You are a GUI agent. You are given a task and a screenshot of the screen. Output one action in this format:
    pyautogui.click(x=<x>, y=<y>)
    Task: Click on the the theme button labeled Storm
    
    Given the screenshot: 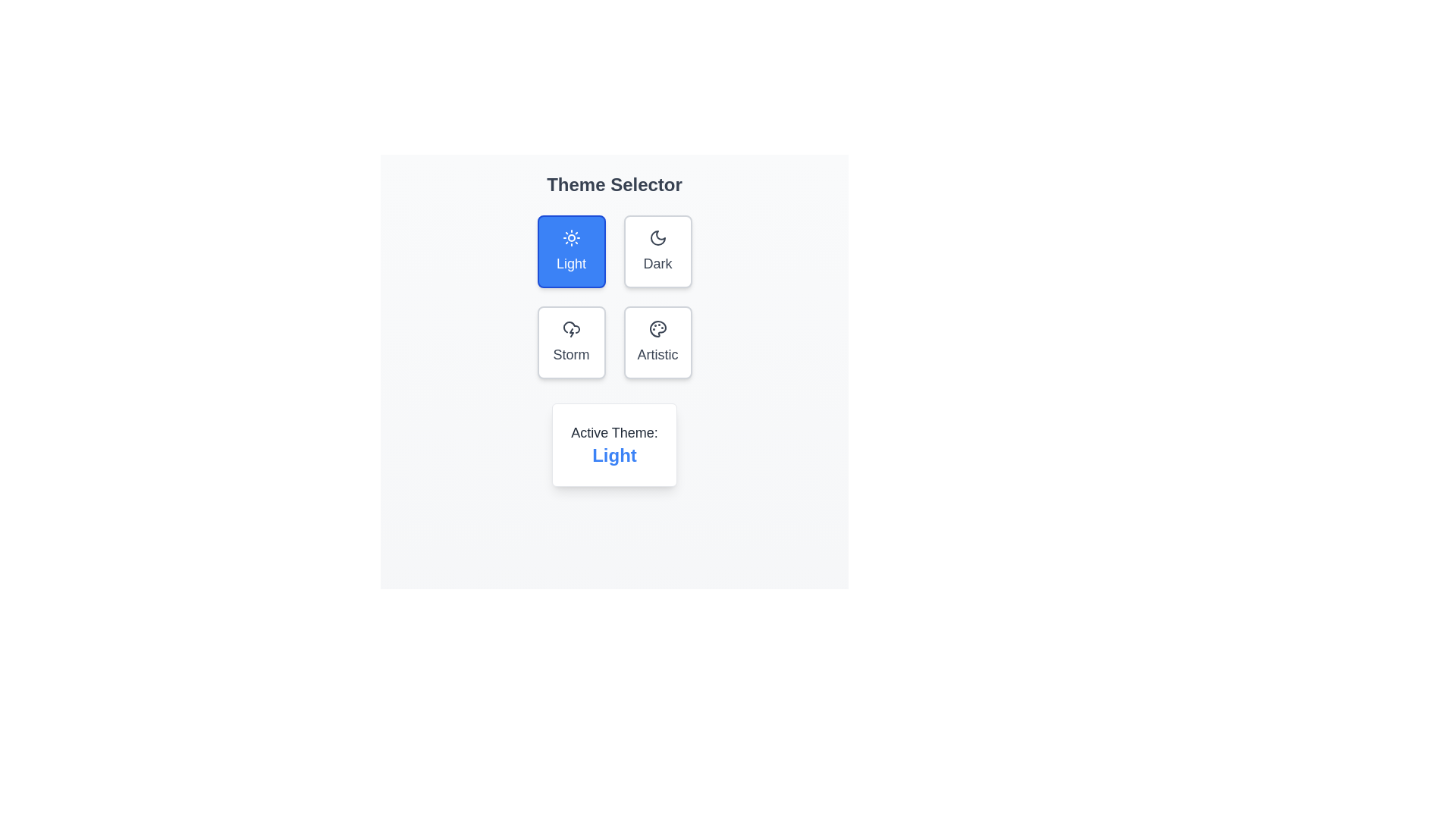 What is the action you would take?
    pyautogui.click(x=570, y=342)
    